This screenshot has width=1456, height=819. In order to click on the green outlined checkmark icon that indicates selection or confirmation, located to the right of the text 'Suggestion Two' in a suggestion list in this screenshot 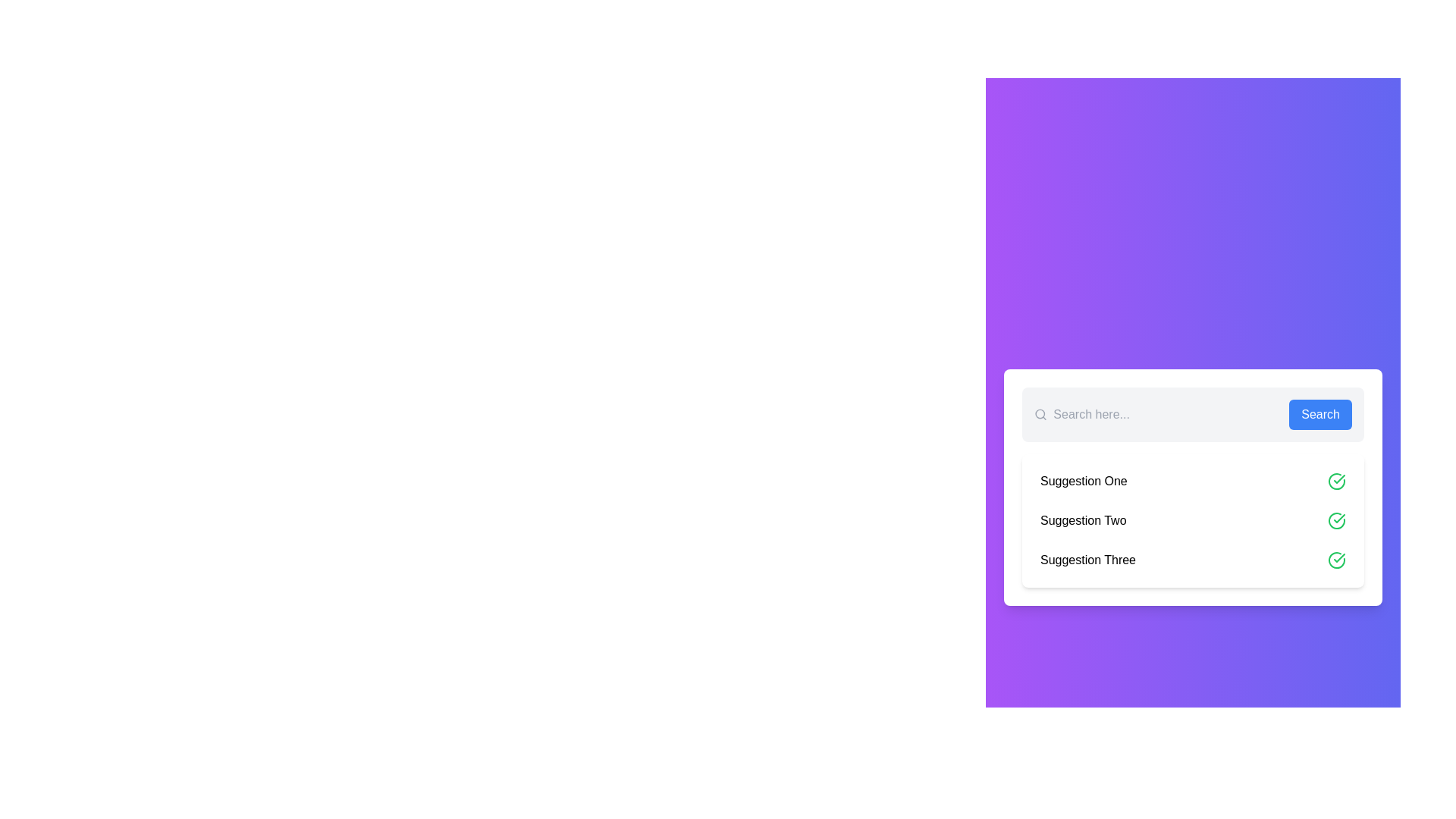, I will do `click(1339, 479)`.